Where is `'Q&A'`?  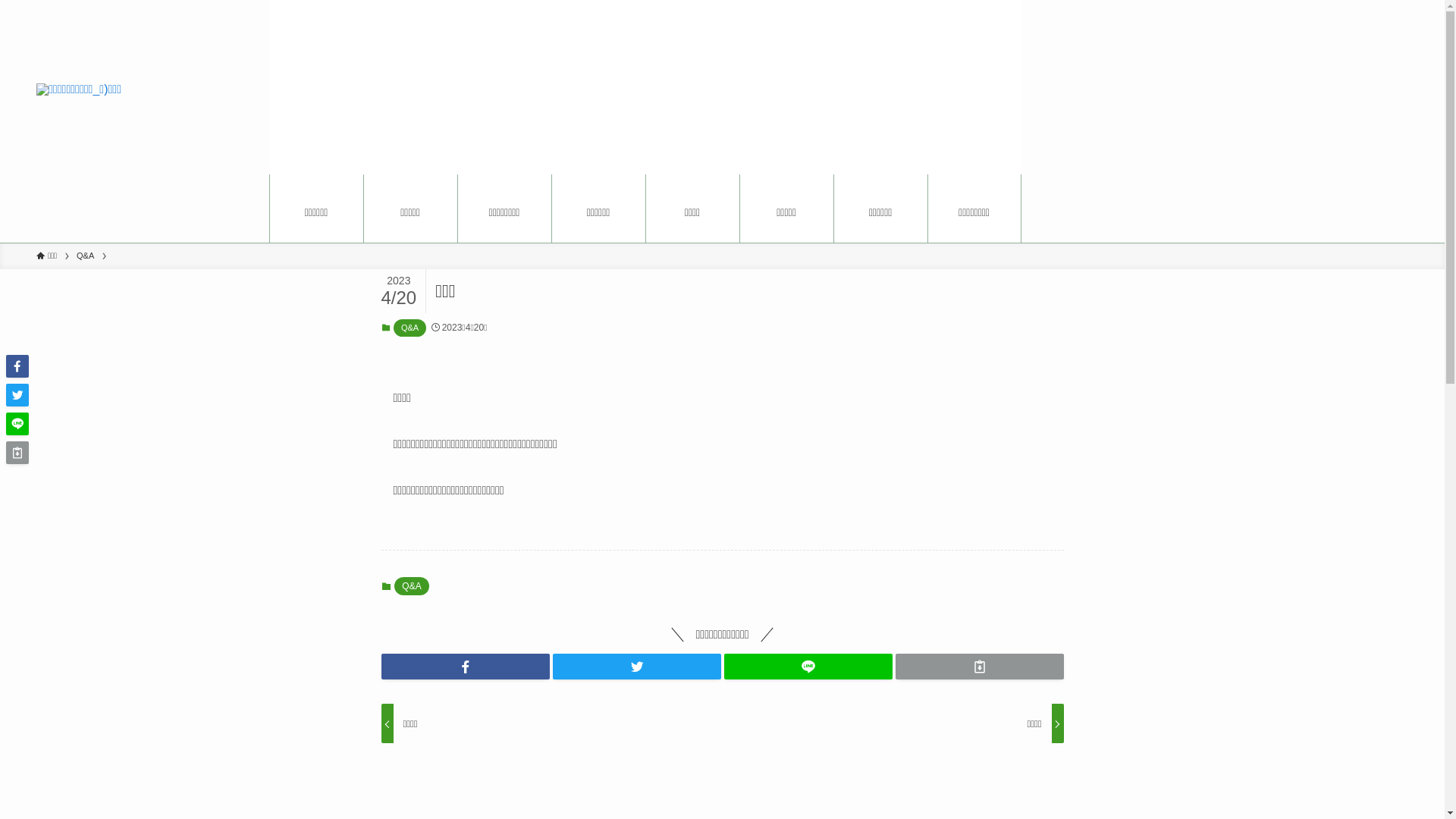 'Q&A' is located at coordinates (84, 256).